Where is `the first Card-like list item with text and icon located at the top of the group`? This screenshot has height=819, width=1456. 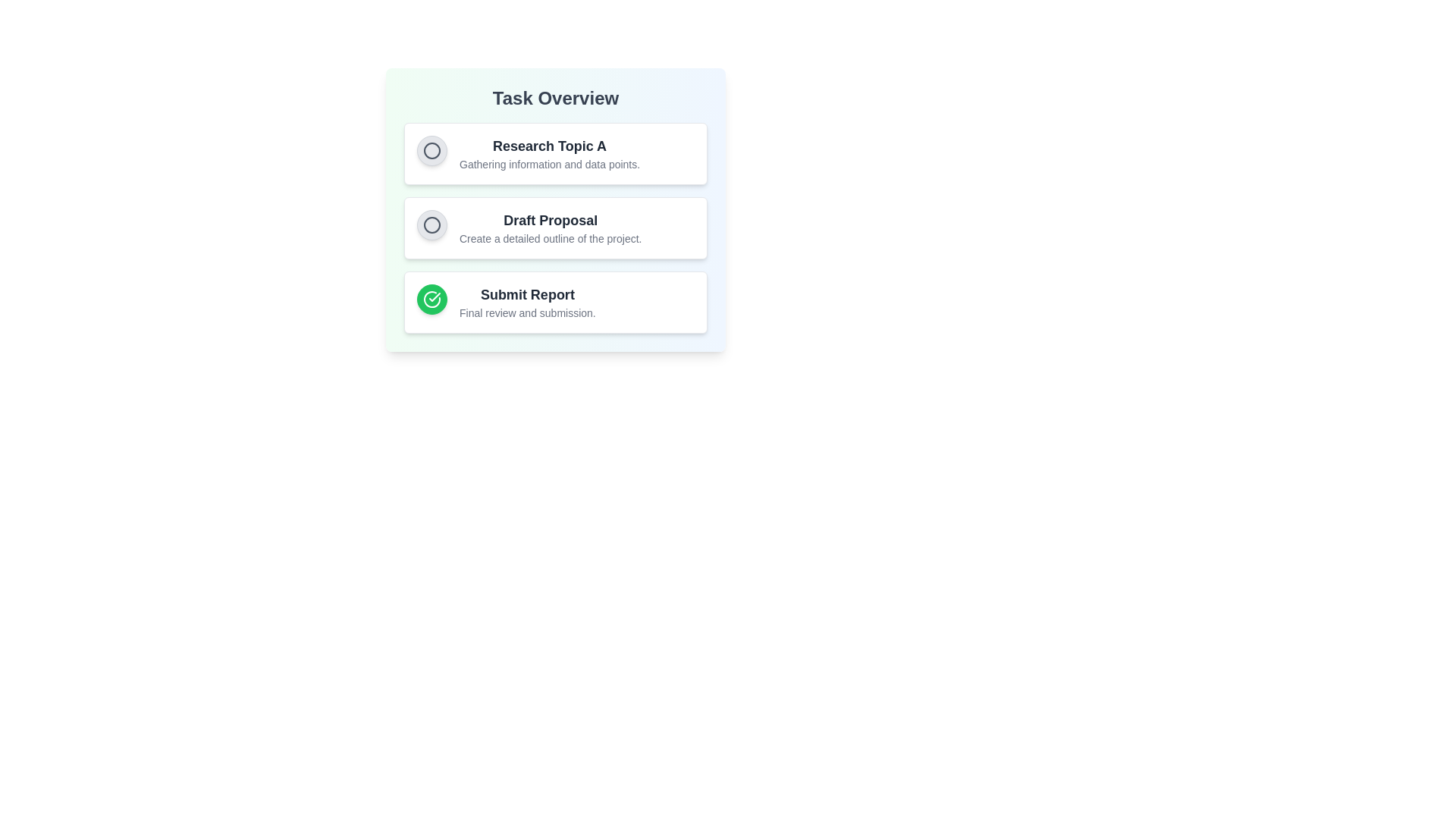
the first Card-like list item with text and icon located at the top of the group is located at coordinates (555, 154).